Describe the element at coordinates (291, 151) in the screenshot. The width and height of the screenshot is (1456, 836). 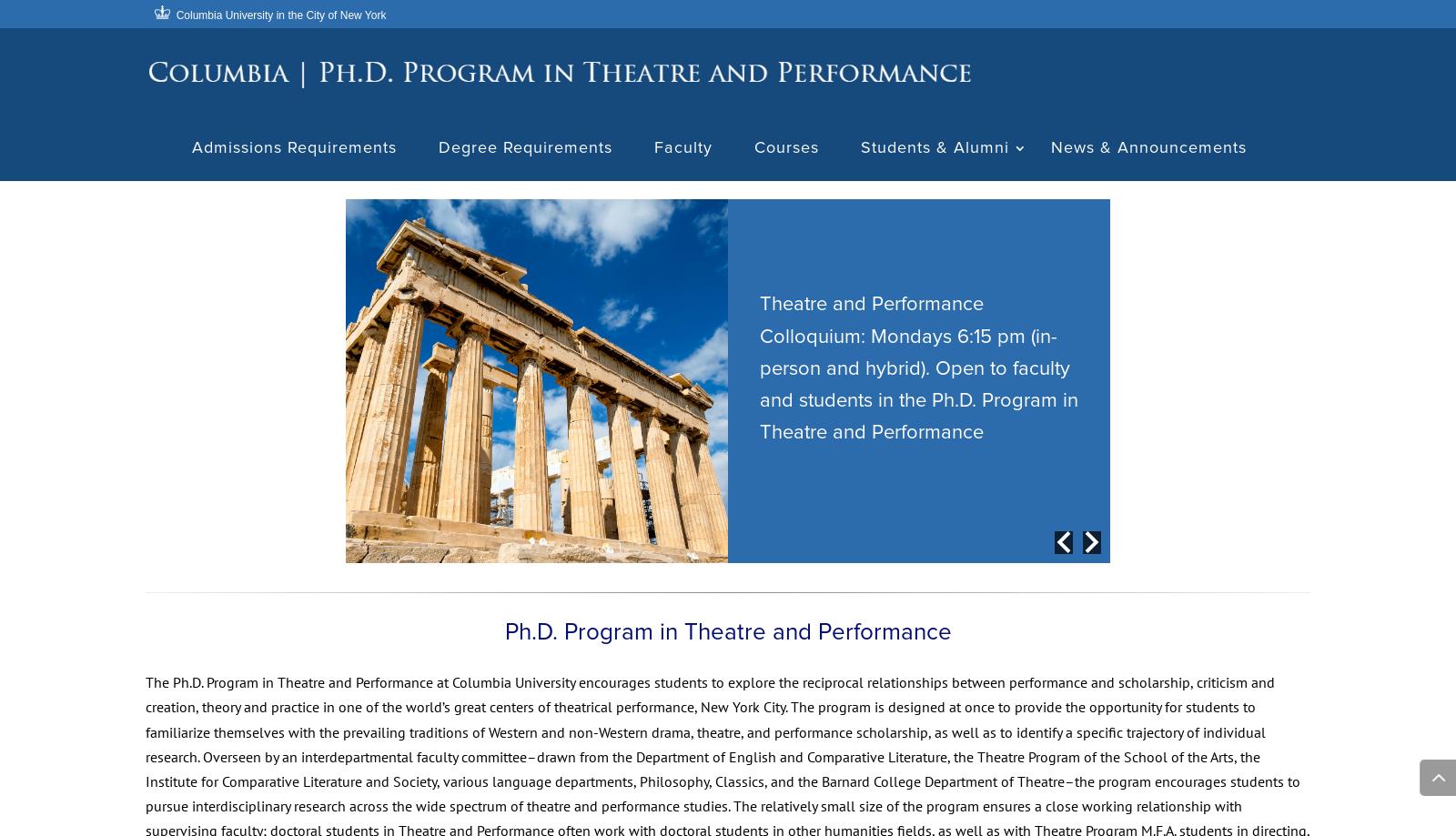
I see `'Admissions Requirements'` at that location.